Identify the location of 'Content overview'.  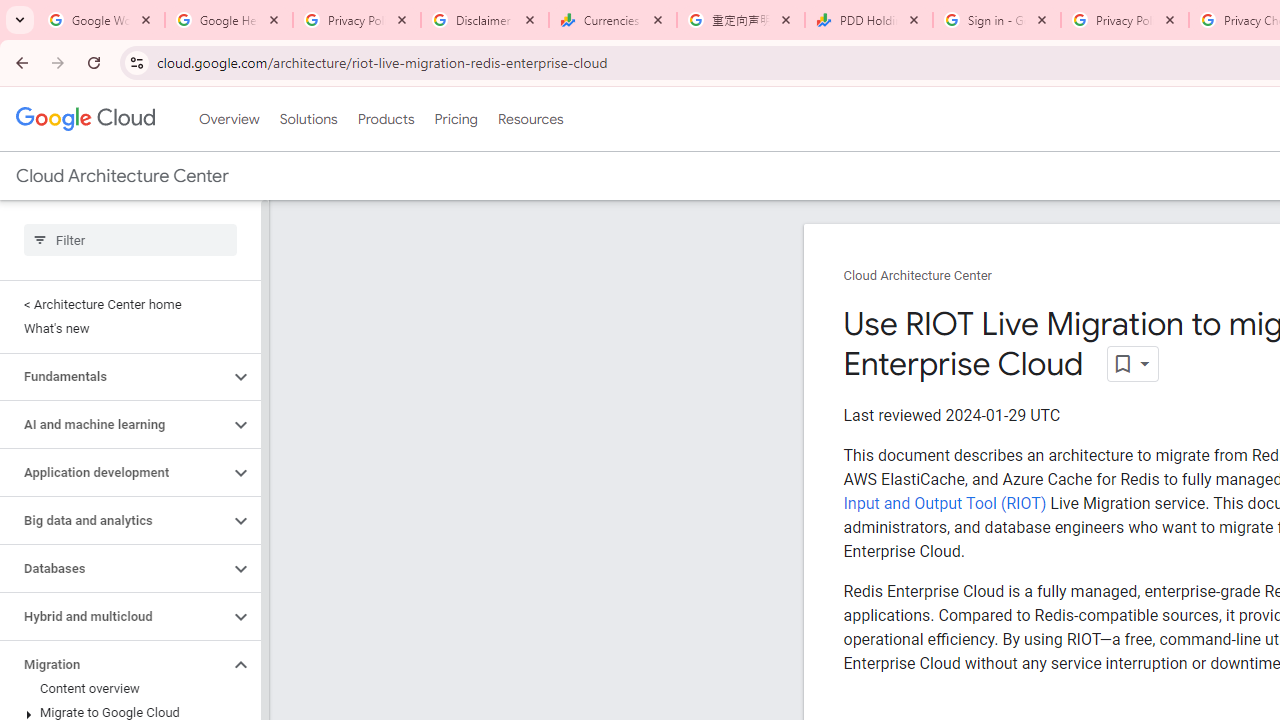
(125, 688).